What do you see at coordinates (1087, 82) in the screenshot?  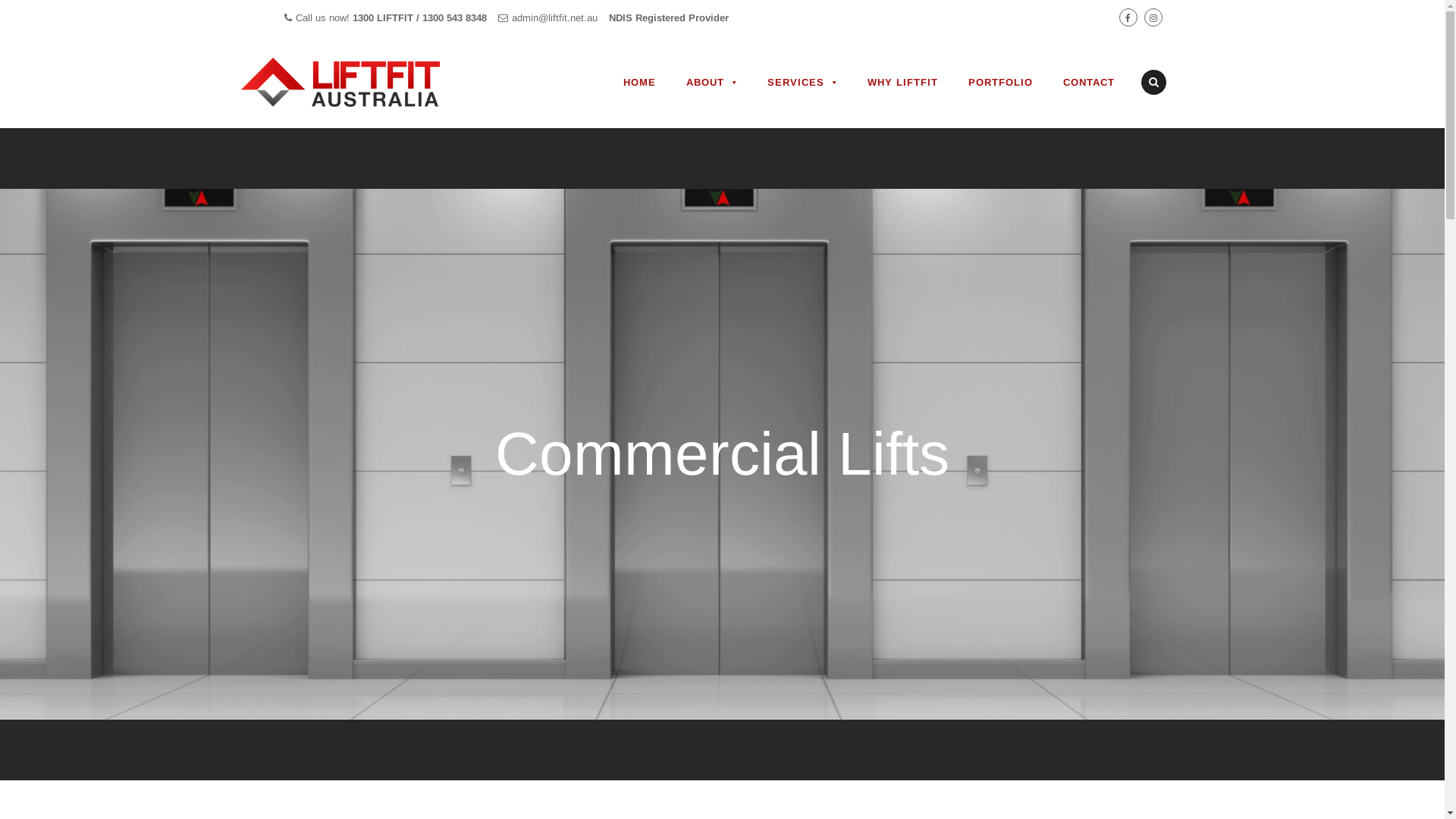 I see `'CONTACT'` at bounding box center [1087, 82].